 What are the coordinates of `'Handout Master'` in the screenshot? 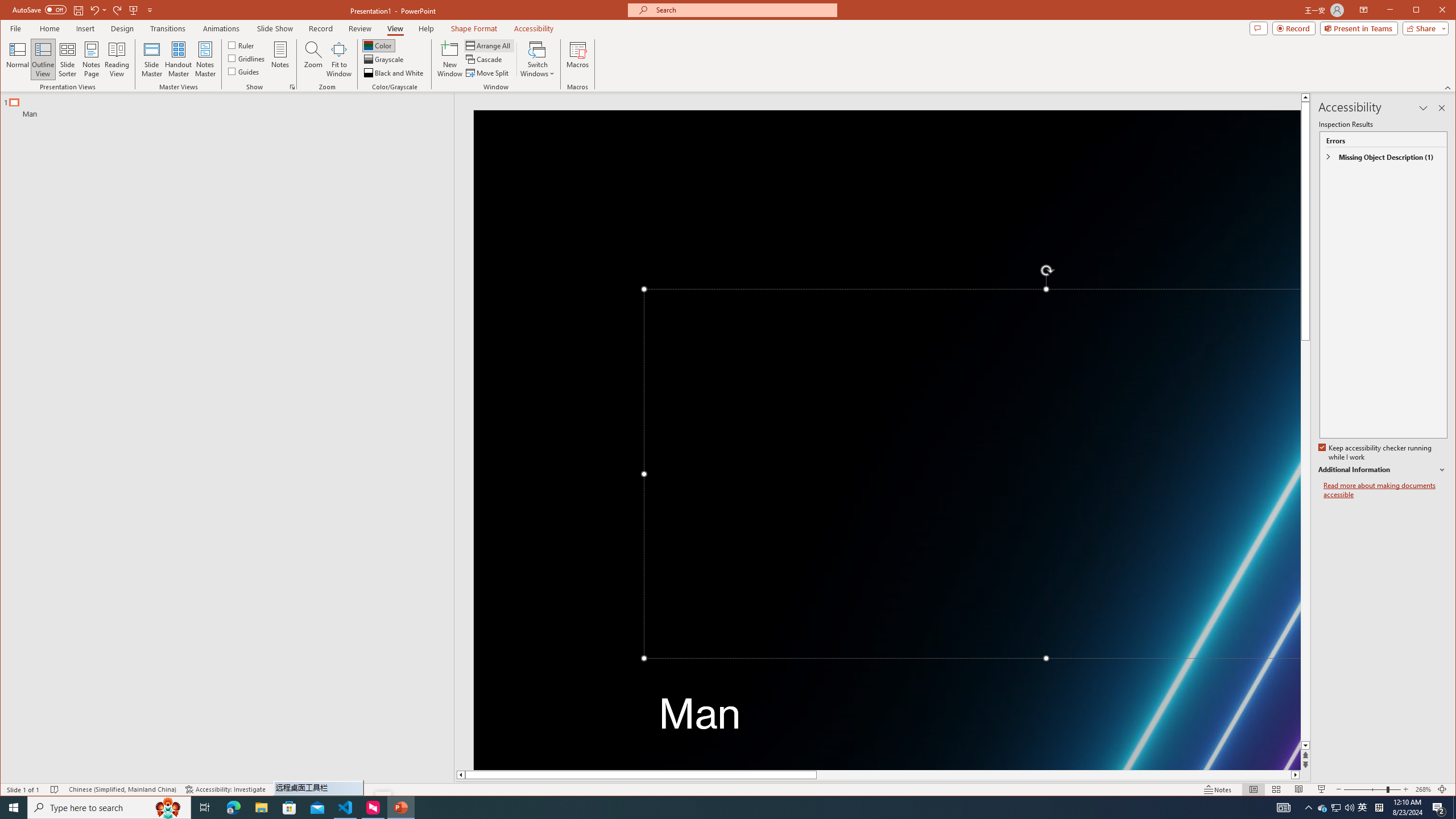 It's located at (178, 59).